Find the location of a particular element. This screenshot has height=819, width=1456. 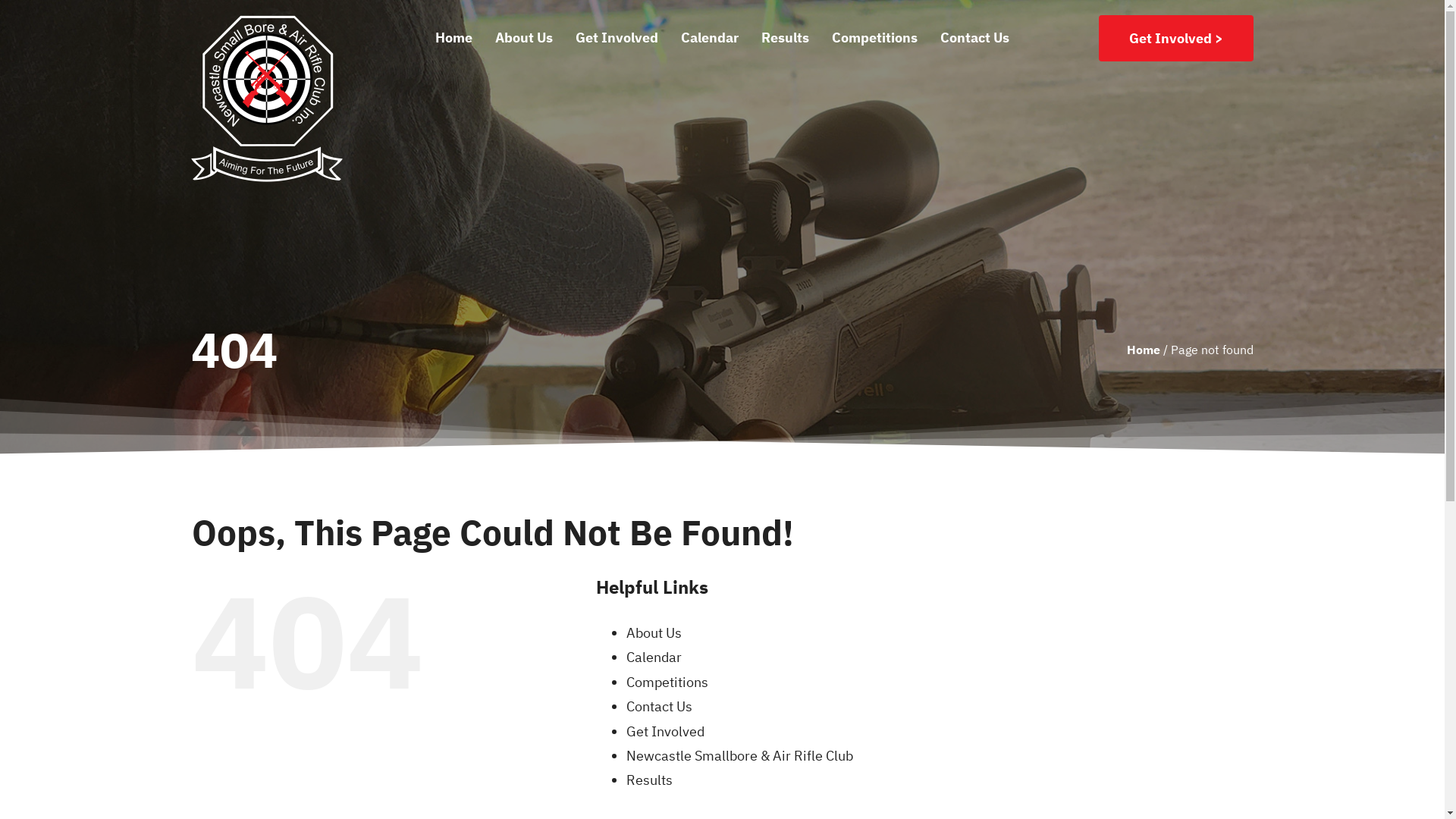

'Competitions' is located at coordinates (667, 681).